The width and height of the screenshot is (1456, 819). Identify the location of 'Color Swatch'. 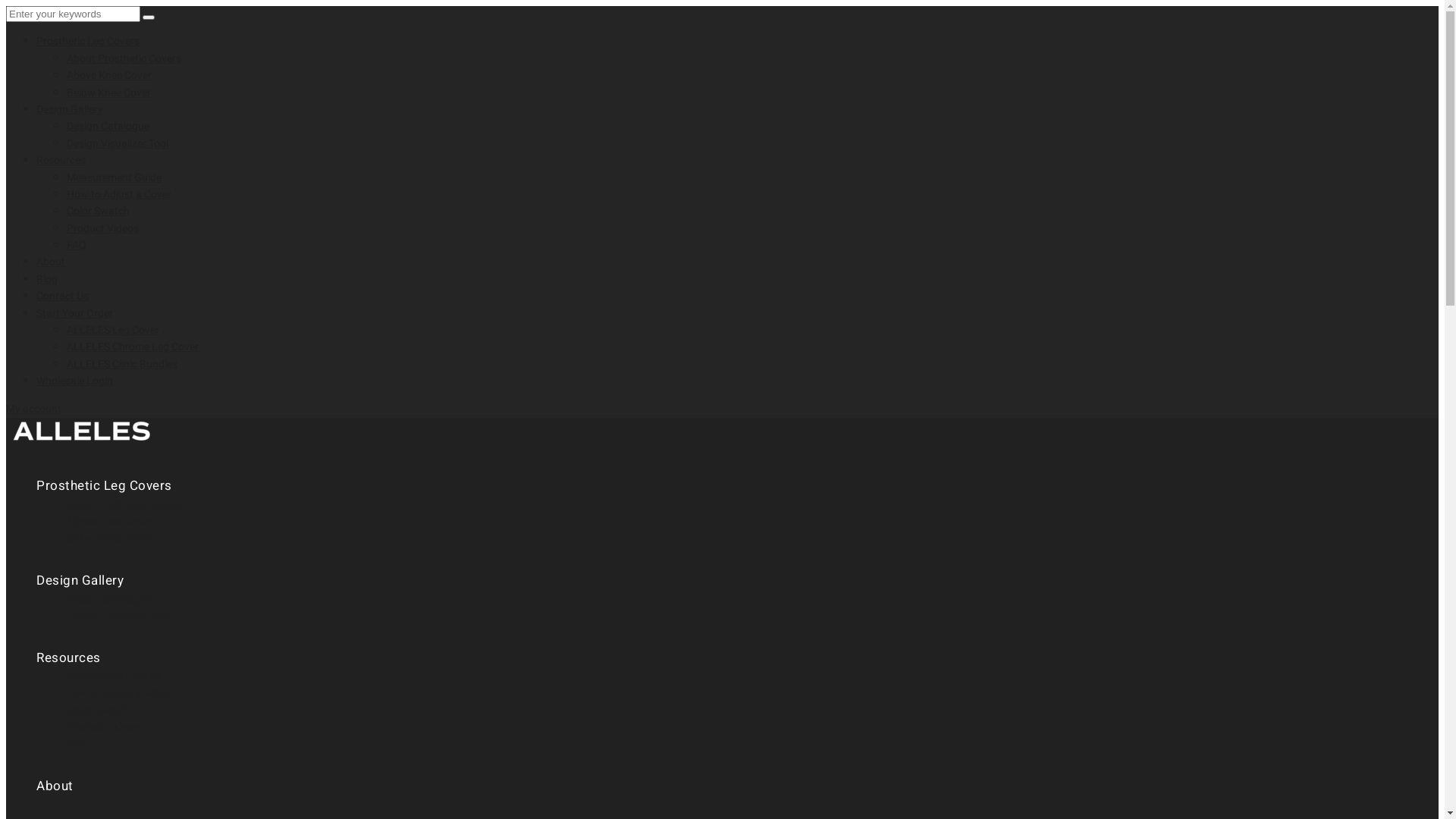
(97, 211).